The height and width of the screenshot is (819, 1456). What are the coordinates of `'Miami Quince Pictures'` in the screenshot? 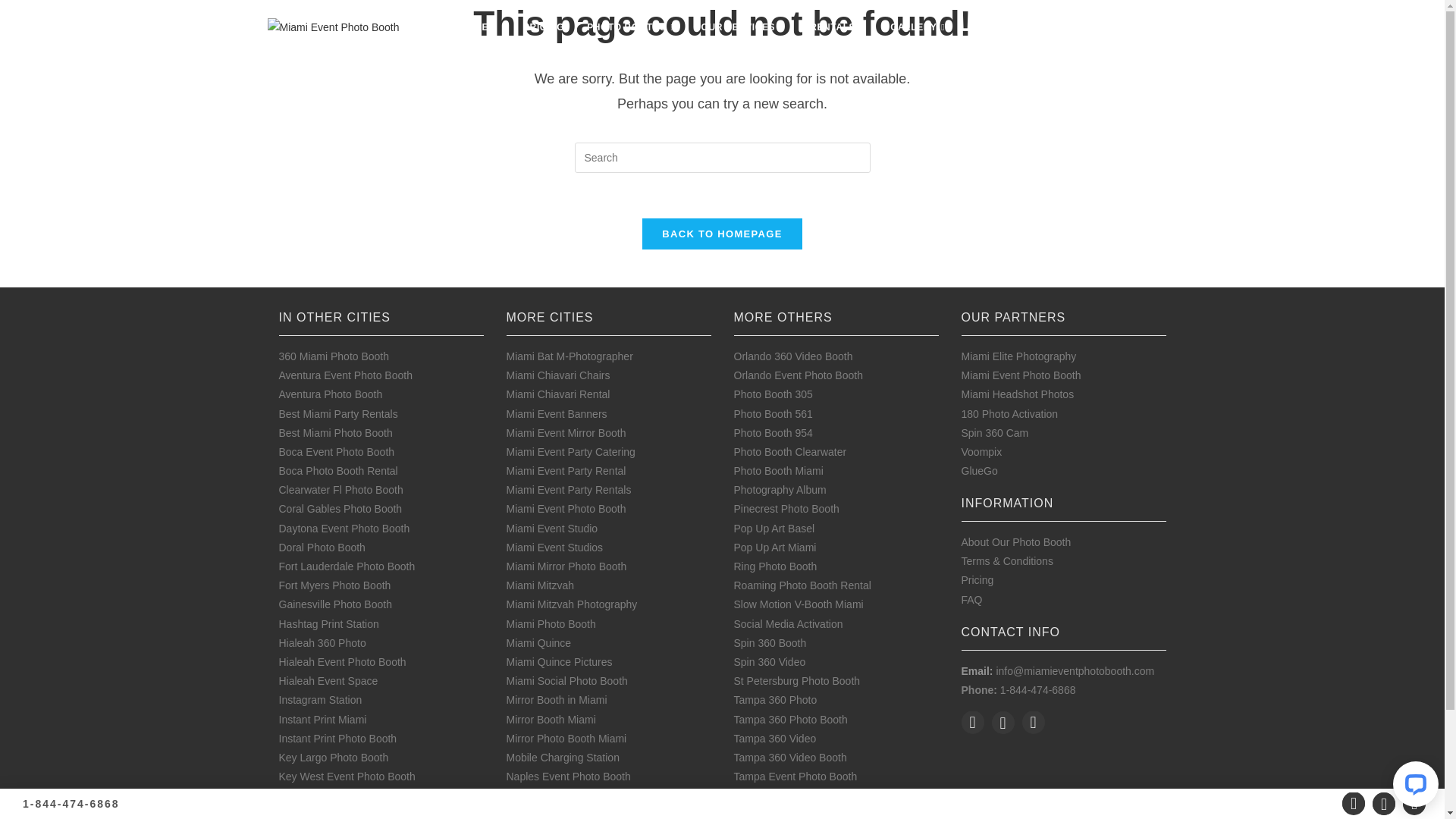 It's located at (559, 661).